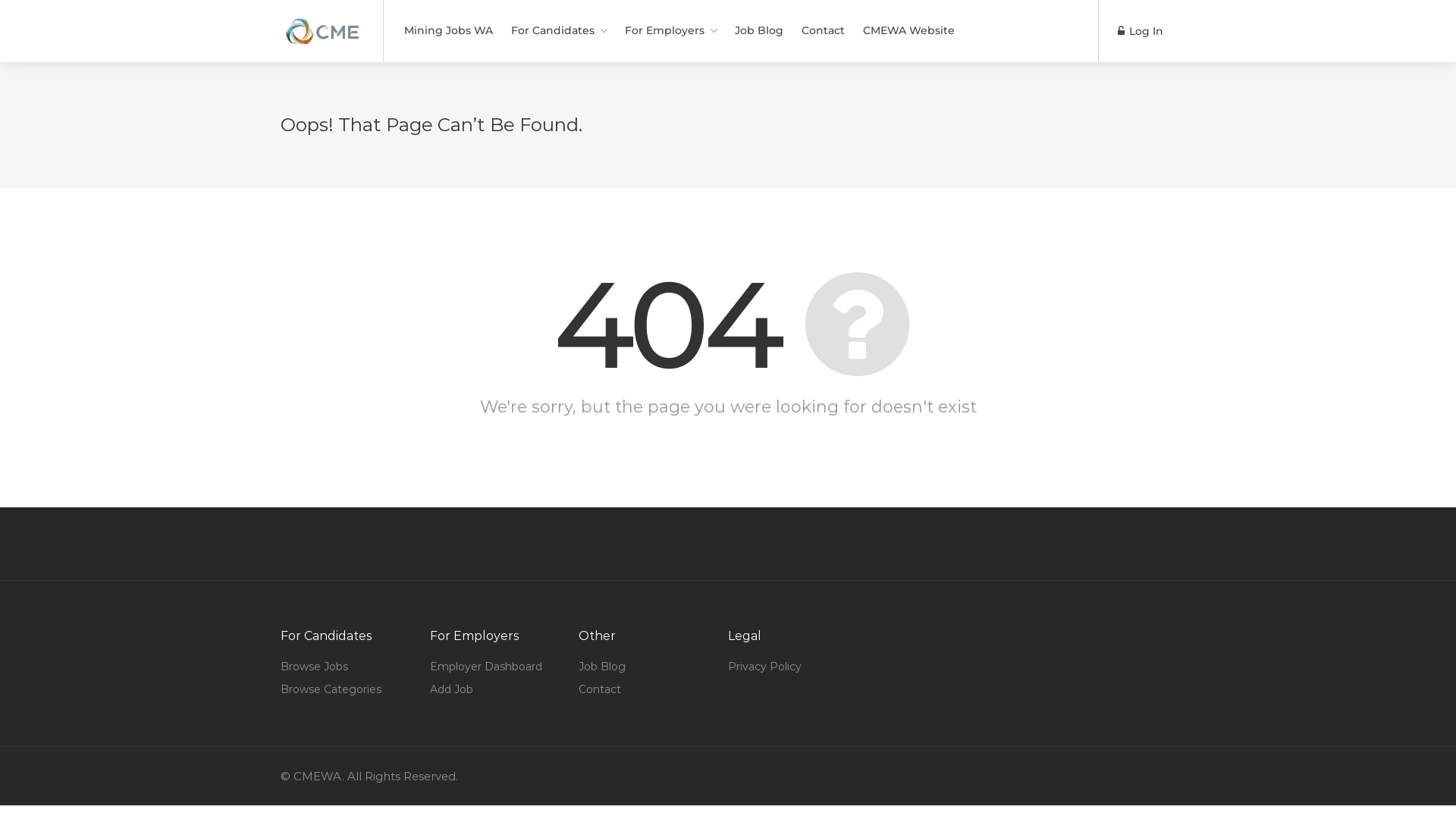 The width and height of the screenshot is (1456, 819). Describe the element at coordinates (599, 689) in the screenshot. I see `'Contact'` at that location.